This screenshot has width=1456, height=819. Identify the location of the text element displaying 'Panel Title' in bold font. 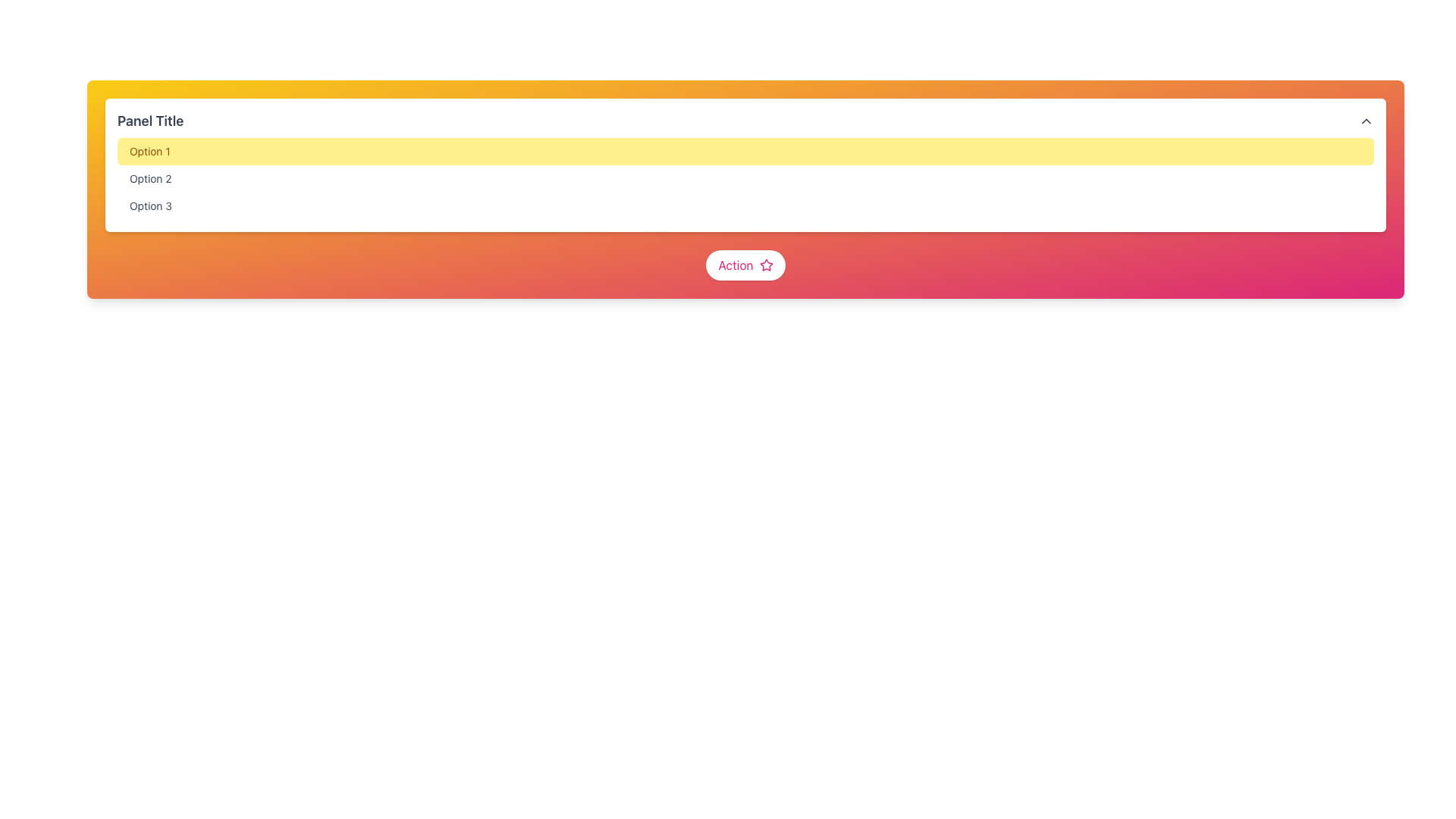
(150, 120).